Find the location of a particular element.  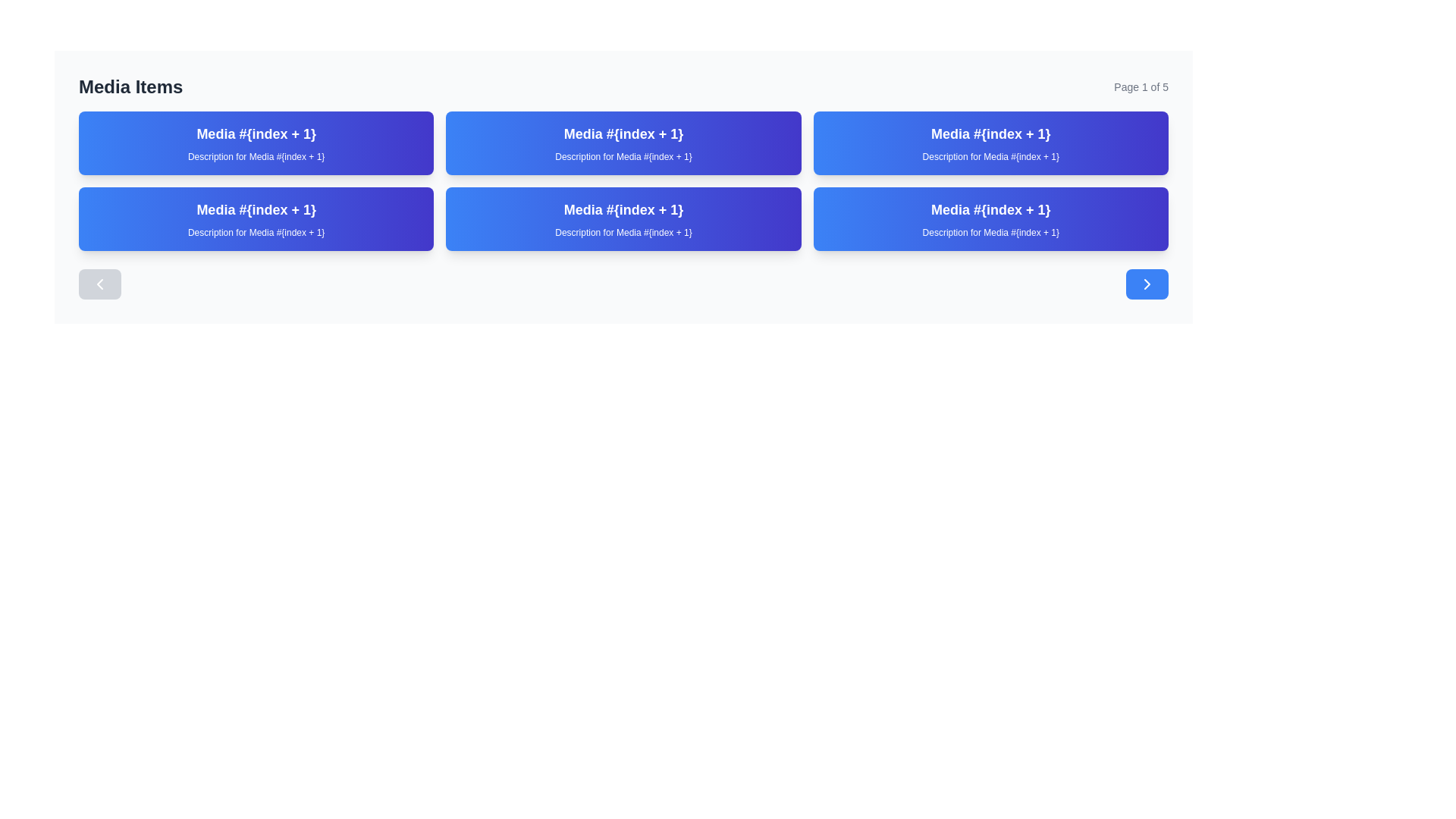

the chevron arrow icon located within a blue square button at the bottom-right corner of the interface, which indicates a navigation function is located at coordinates (1147, 284).